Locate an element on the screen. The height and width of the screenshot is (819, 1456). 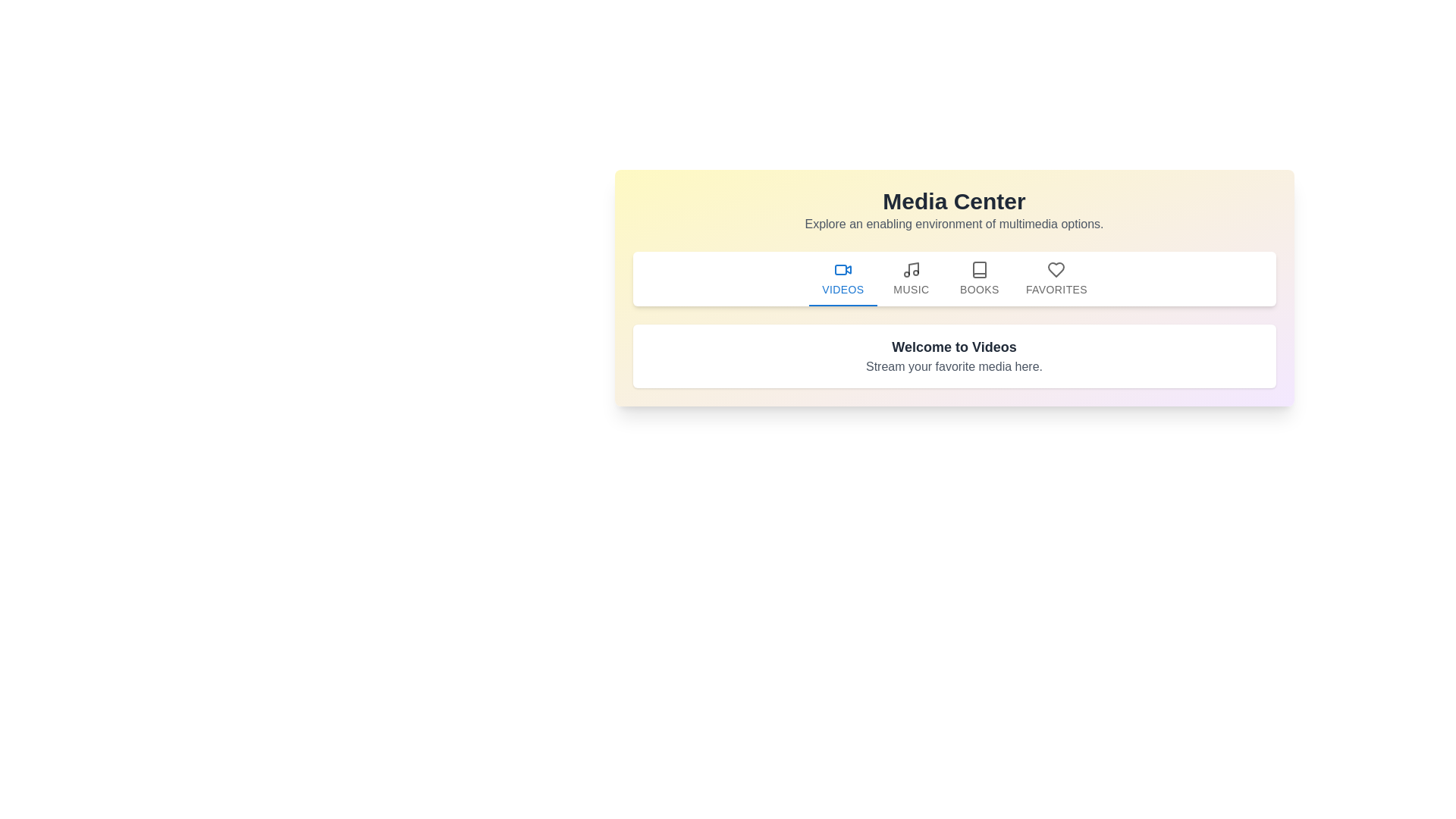
the triangular icon subcomponent of the video camera icon located in the 'VIDEOS' tab is located at coordinates (847, 269).